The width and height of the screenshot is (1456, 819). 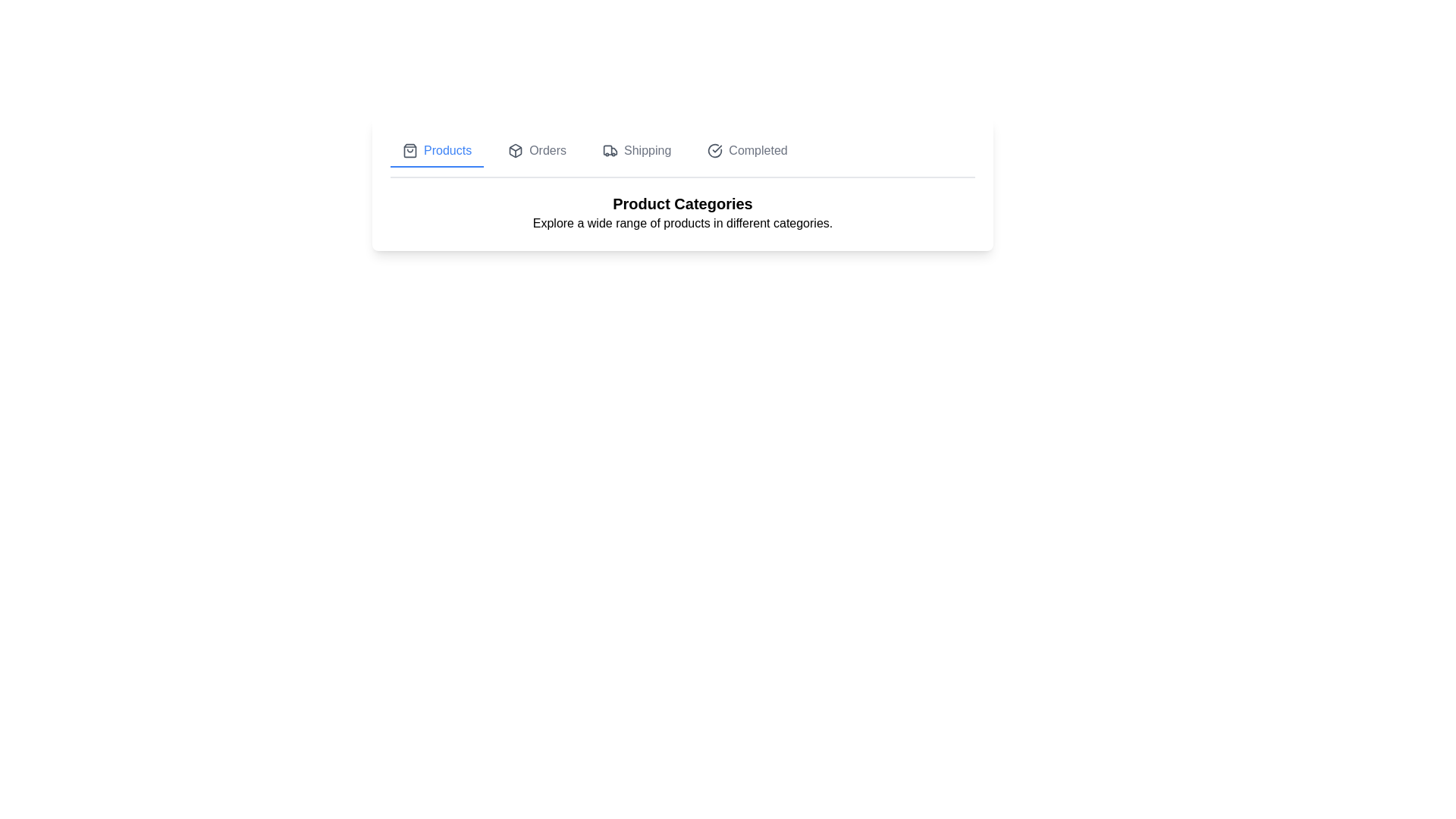 I want to click on the box-like icon located centrally in the header menu, which is represented by a rectangular 3D shape, so click(x=516, y=151).